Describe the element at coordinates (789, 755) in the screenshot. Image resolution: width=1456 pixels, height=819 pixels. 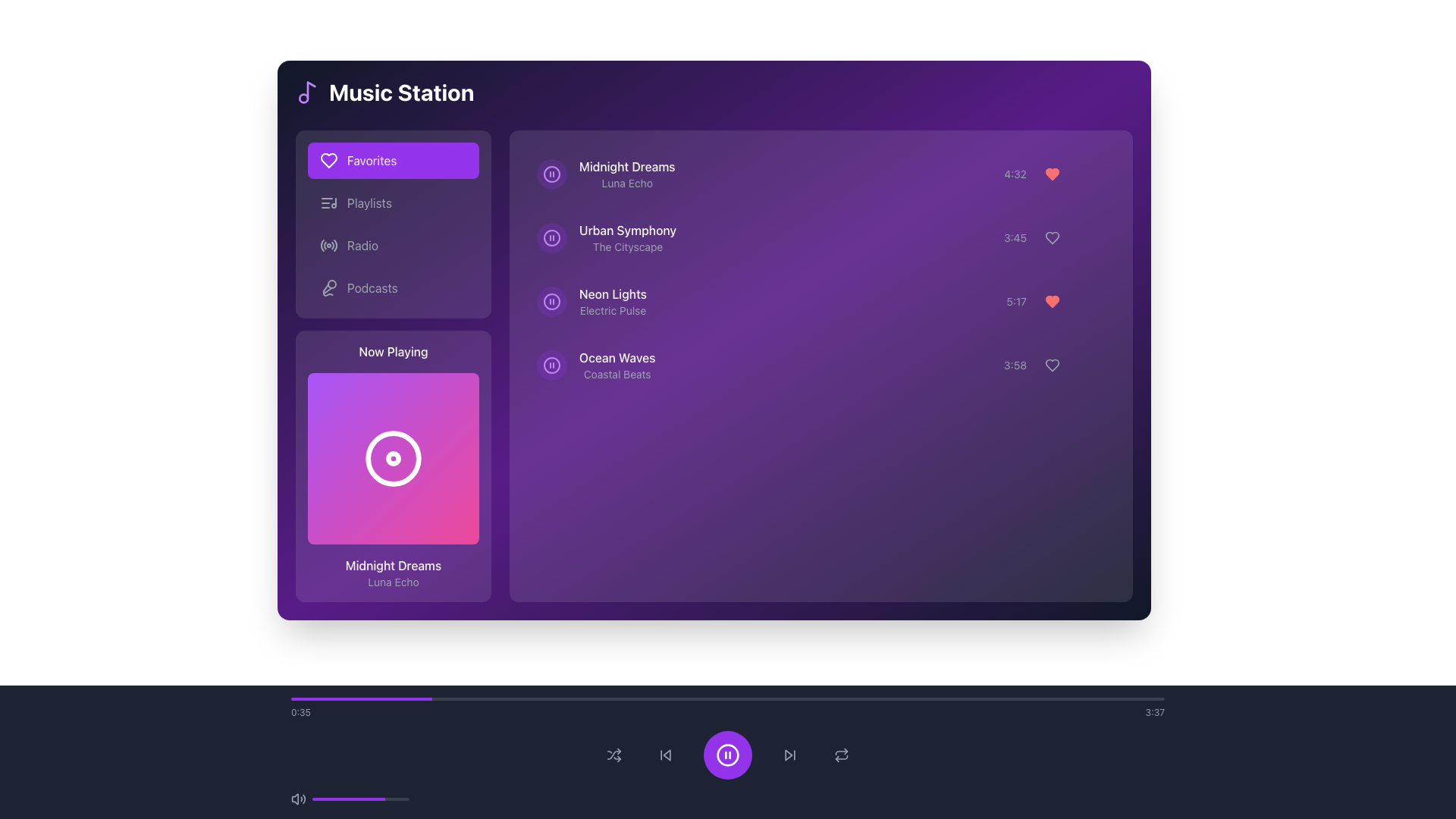
I see `the skip-forward button, which is a small gray triangle adjacent to a vertical line on the horizontal control bar at the bottom of the interface` at that location.